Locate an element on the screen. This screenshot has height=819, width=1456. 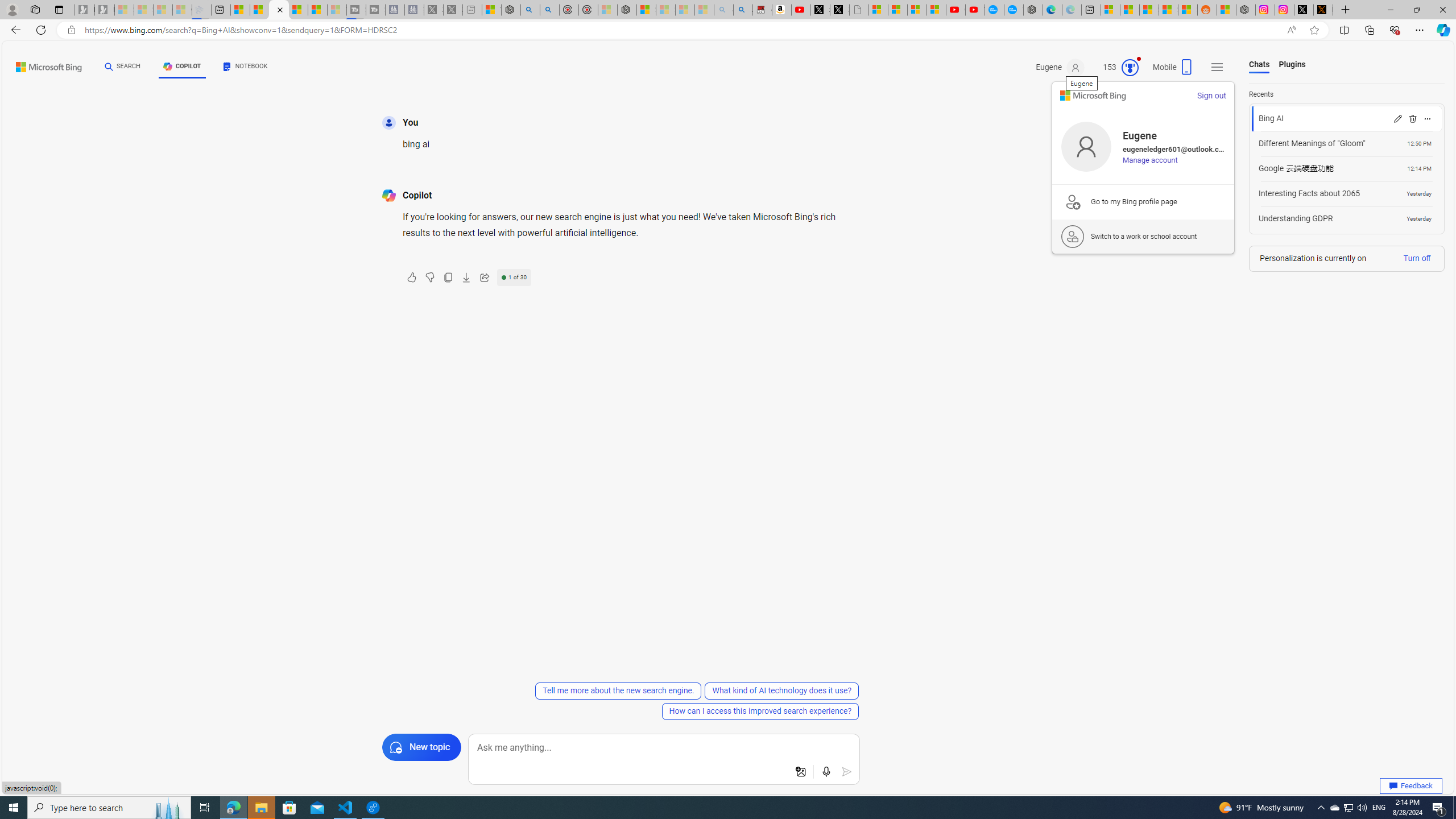
'Bing Pages Upsell Logo' is located at coordinates (1073, 201).